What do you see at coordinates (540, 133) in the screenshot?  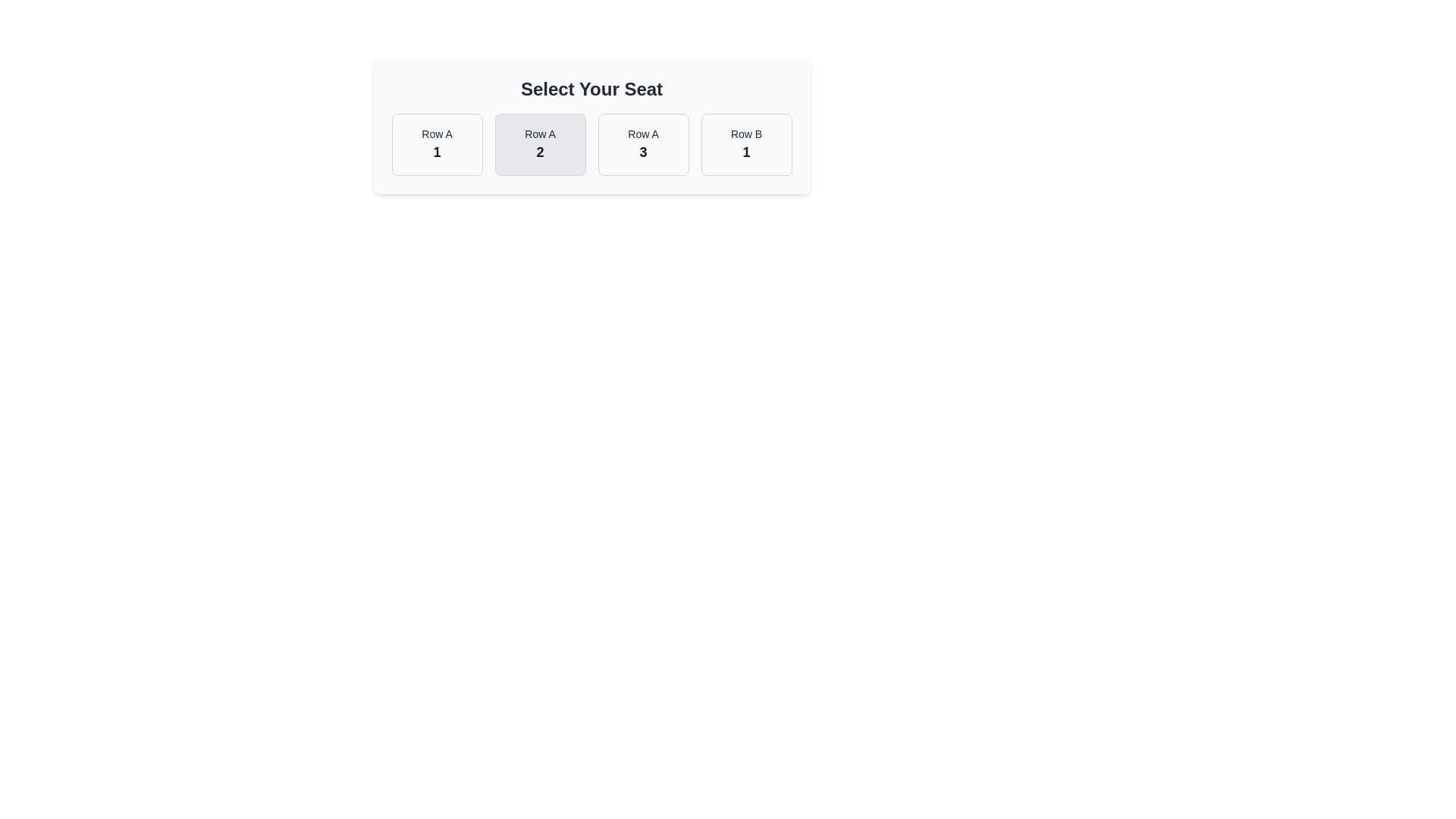 I see `the label displaying the text 'Row A', which is positioned above the numerical identifier '2' in the button labeled 'Row A2'` at bounding box center [540, 133].